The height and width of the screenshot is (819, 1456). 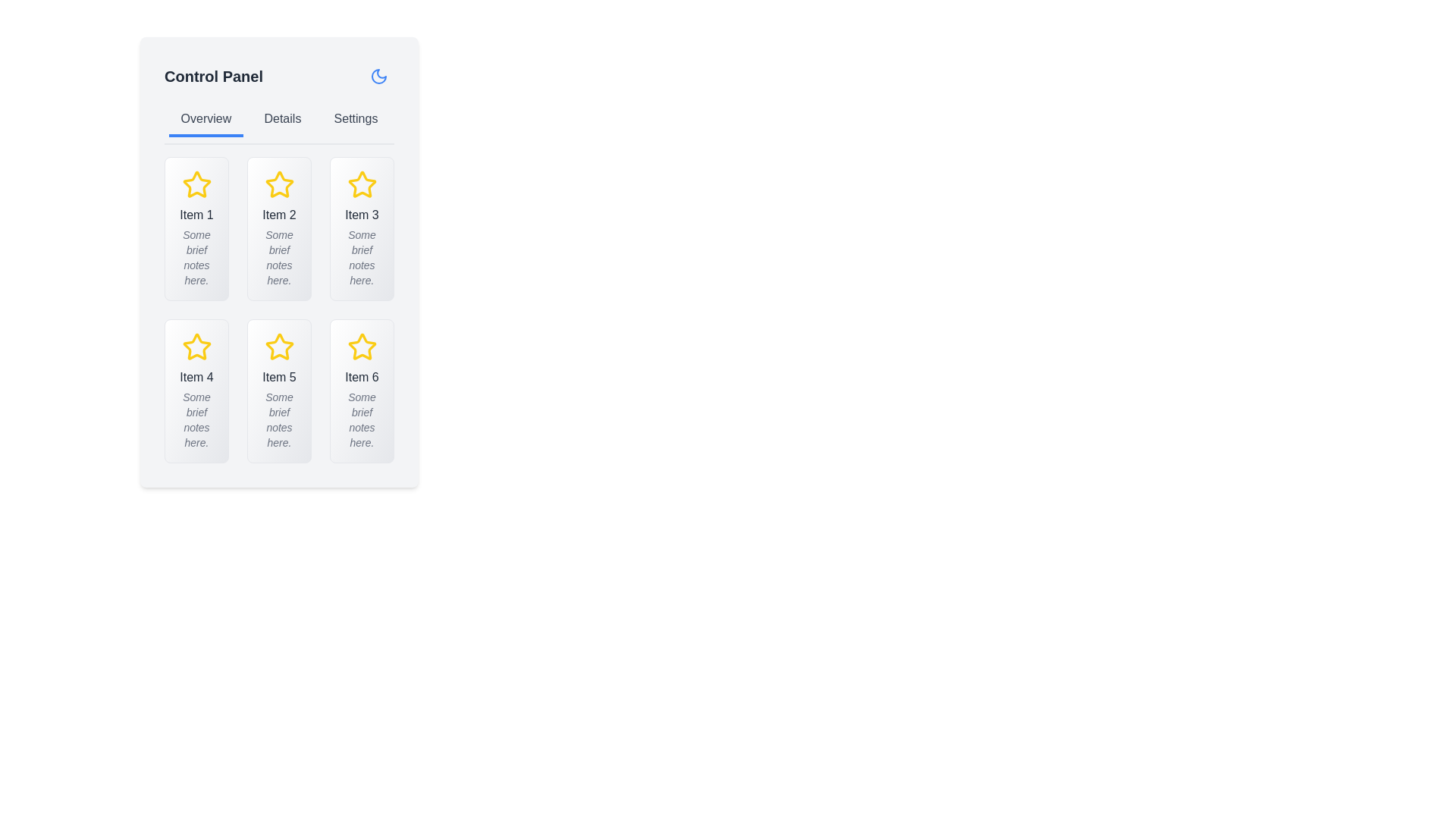 I want to click on the Text label displaying 'Item 1' in a medium grayish font, positioned in the top-left corner of a 2x3 grid layout, below a yellow star icon and above an italicized note, so click(x=196, y=215).